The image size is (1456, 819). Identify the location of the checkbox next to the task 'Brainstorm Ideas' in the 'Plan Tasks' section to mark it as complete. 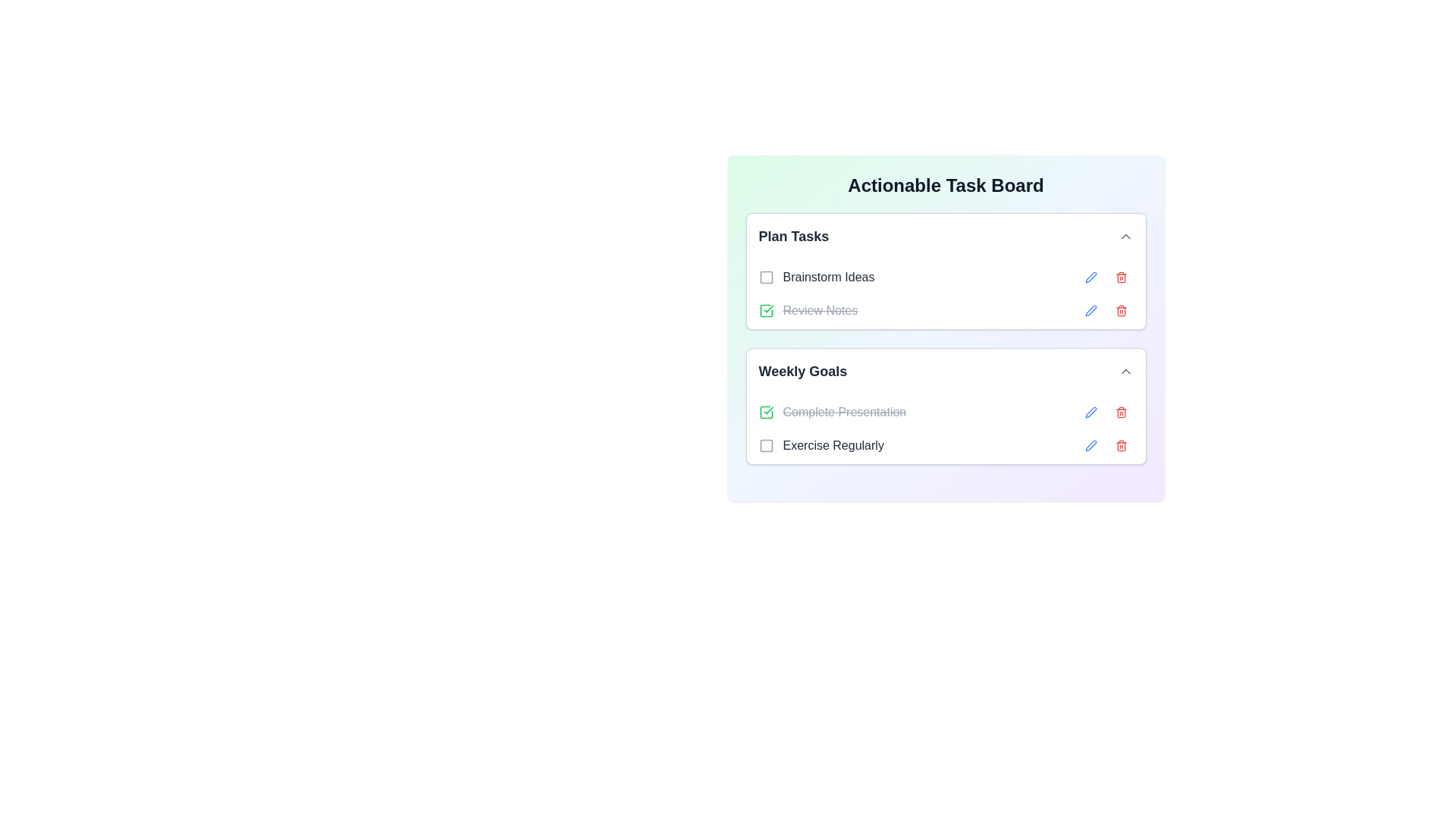
(815, 278).